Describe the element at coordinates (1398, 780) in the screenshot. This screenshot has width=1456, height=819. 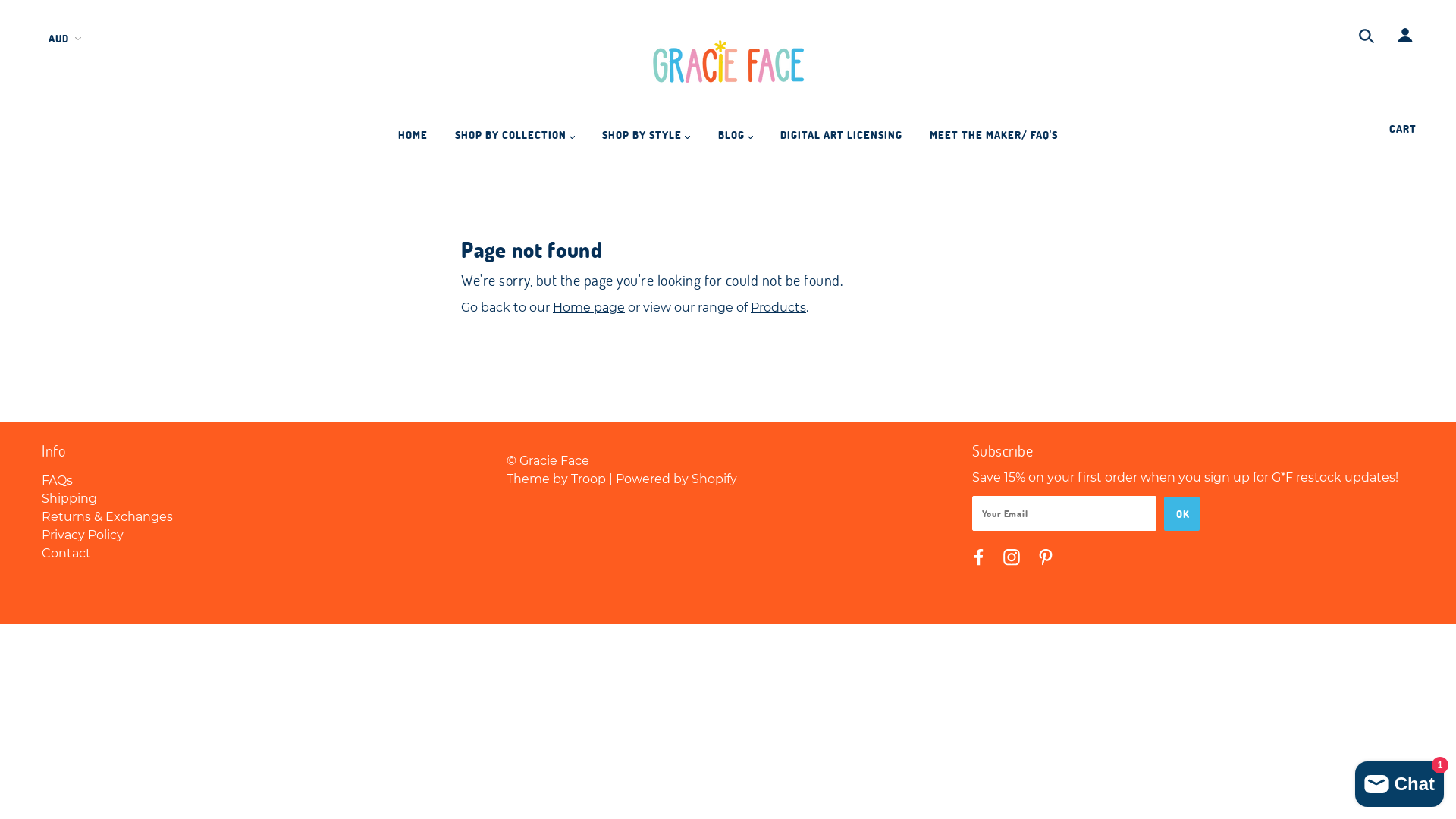
I see `'Shopify online store chat'` at that location.